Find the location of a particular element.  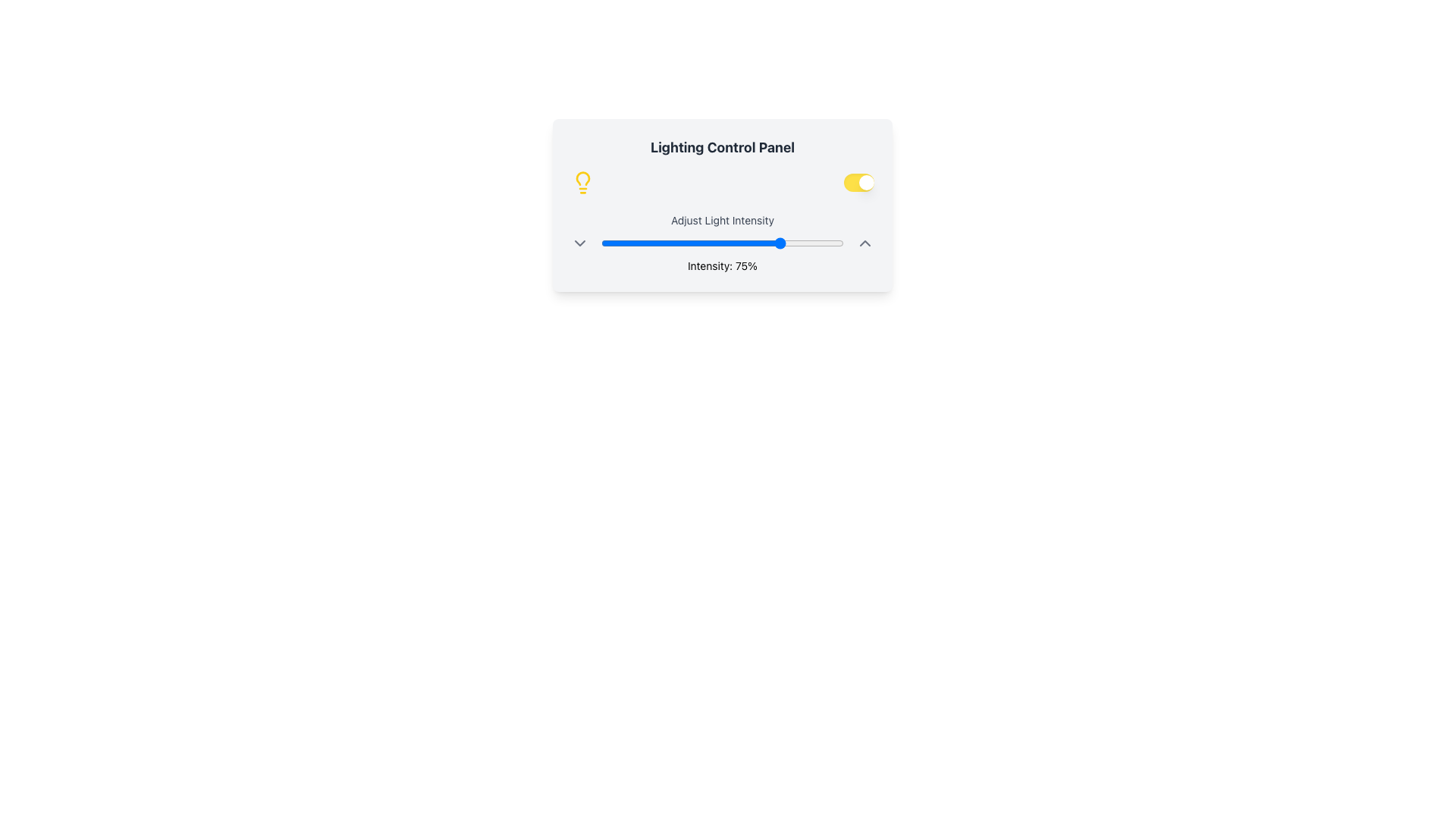

text label at the top center of the Lighting Control Panel, which serves as the header for the section below is located at coordinates (722, 148).